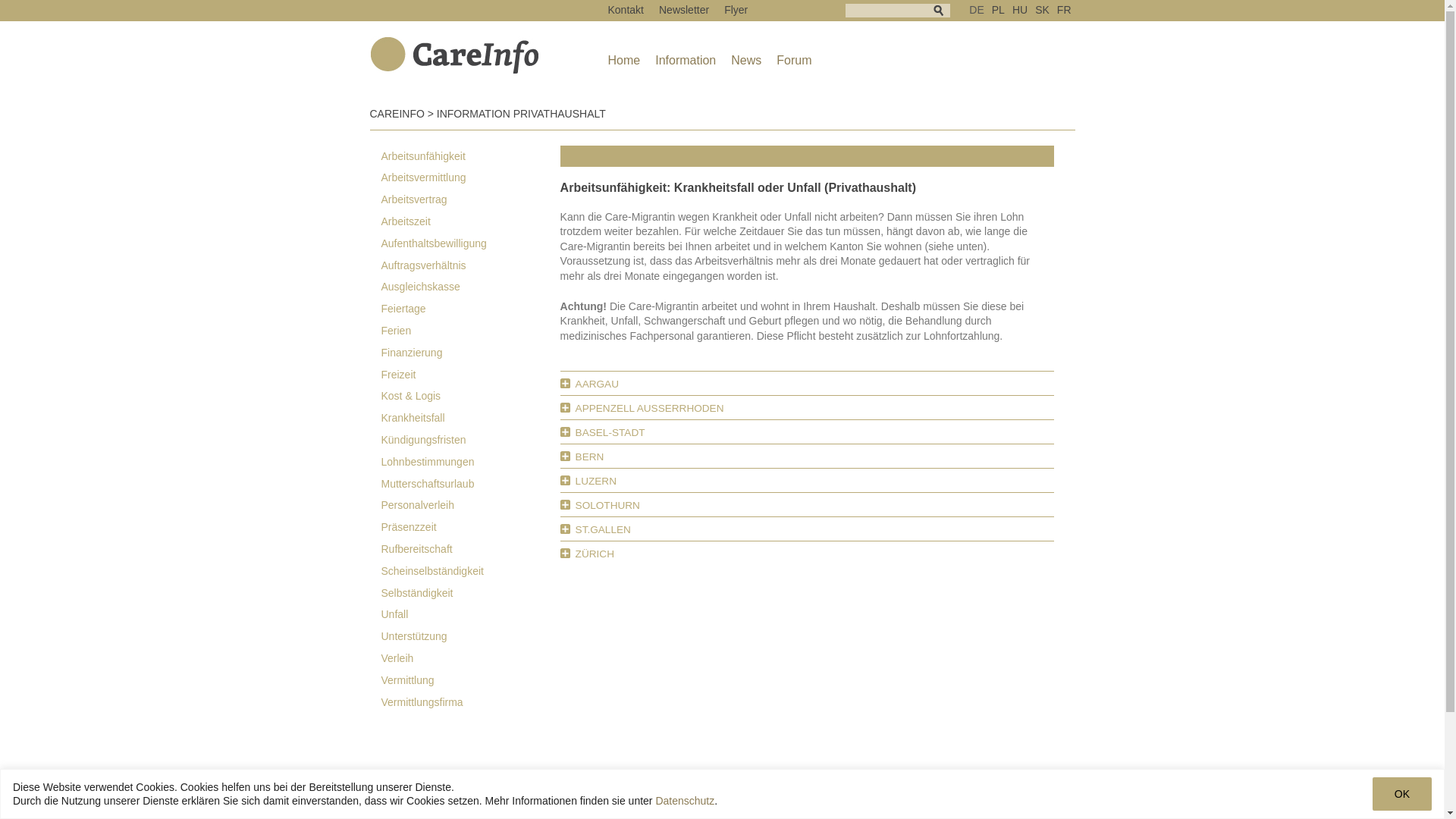 The height and width of the screenshot is (819, 1456). Describe the element at coordinates (736, 9) in the screenshot. I see `'Flyer'` at that location.